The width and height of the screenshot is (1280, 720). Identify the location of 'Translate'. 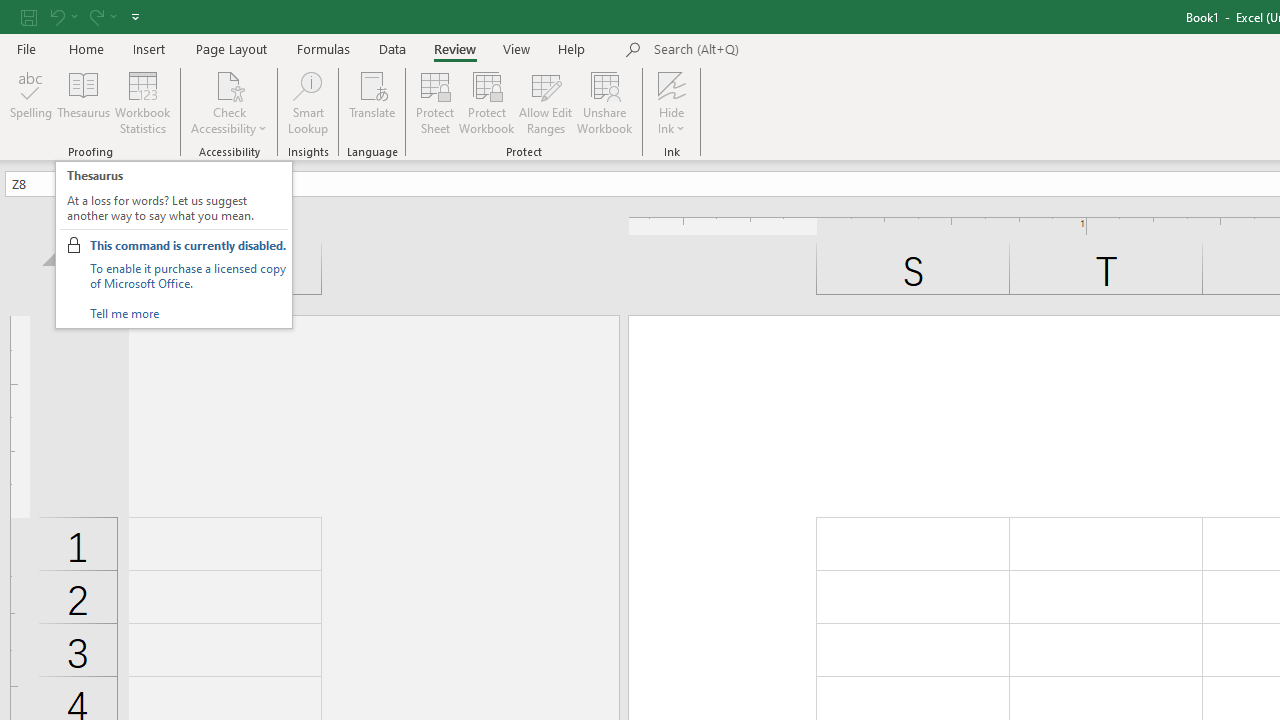
(372, 103).